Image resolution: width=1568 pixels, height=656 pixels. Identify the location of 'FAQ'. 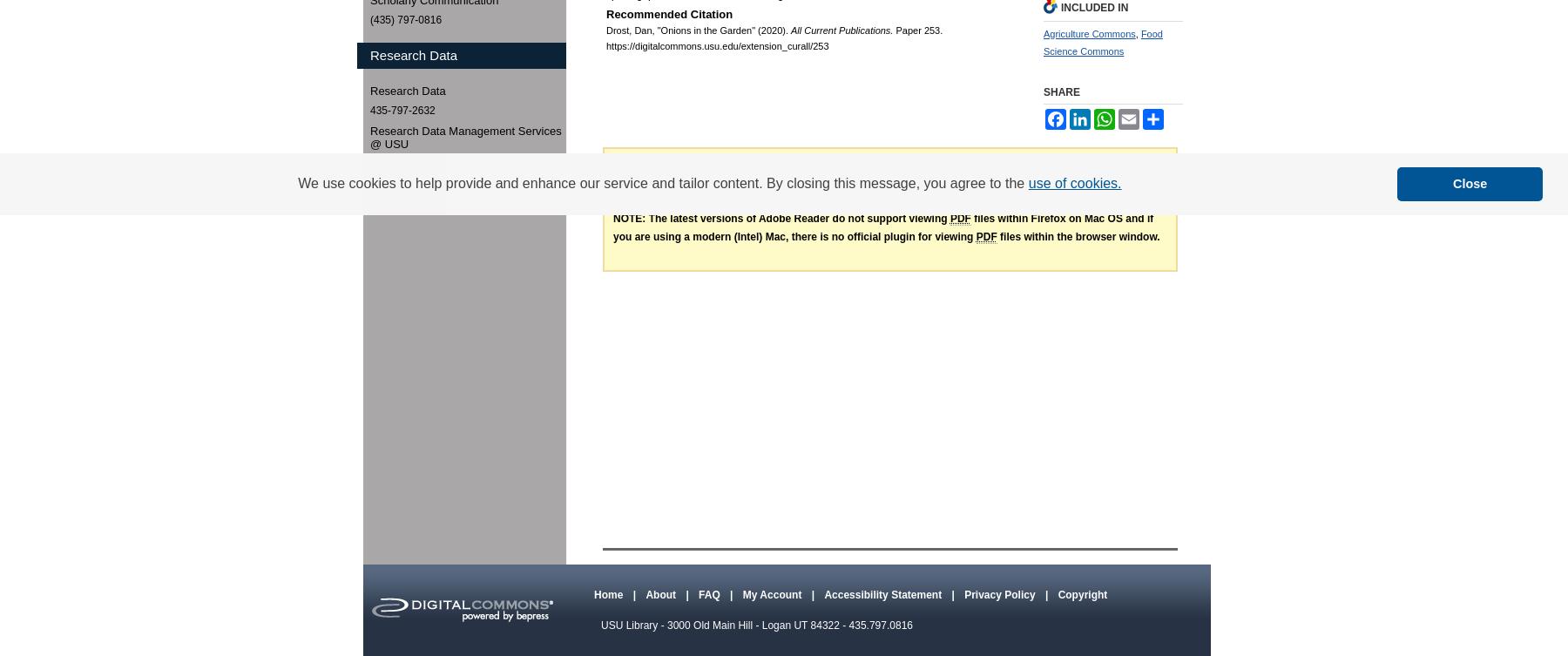
(699, 593).